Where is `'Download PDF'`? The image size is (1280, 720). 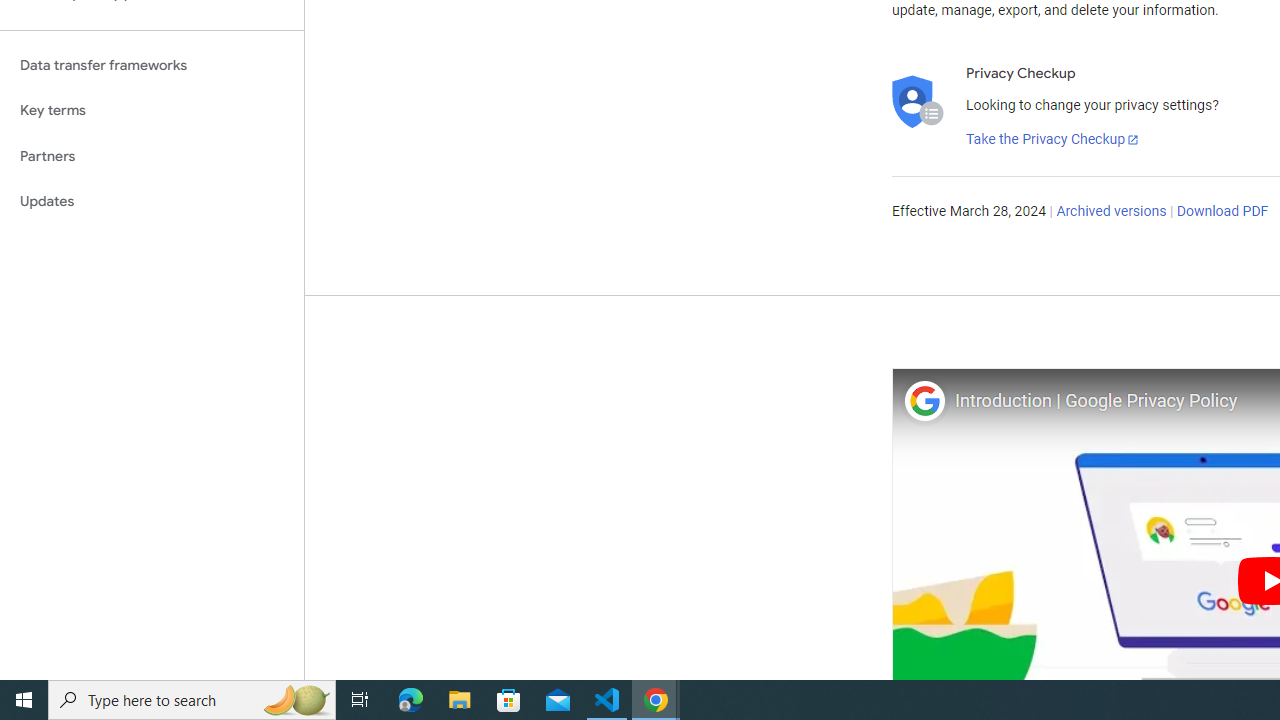 'Download PDF' is located at coordinates (1221, 212).